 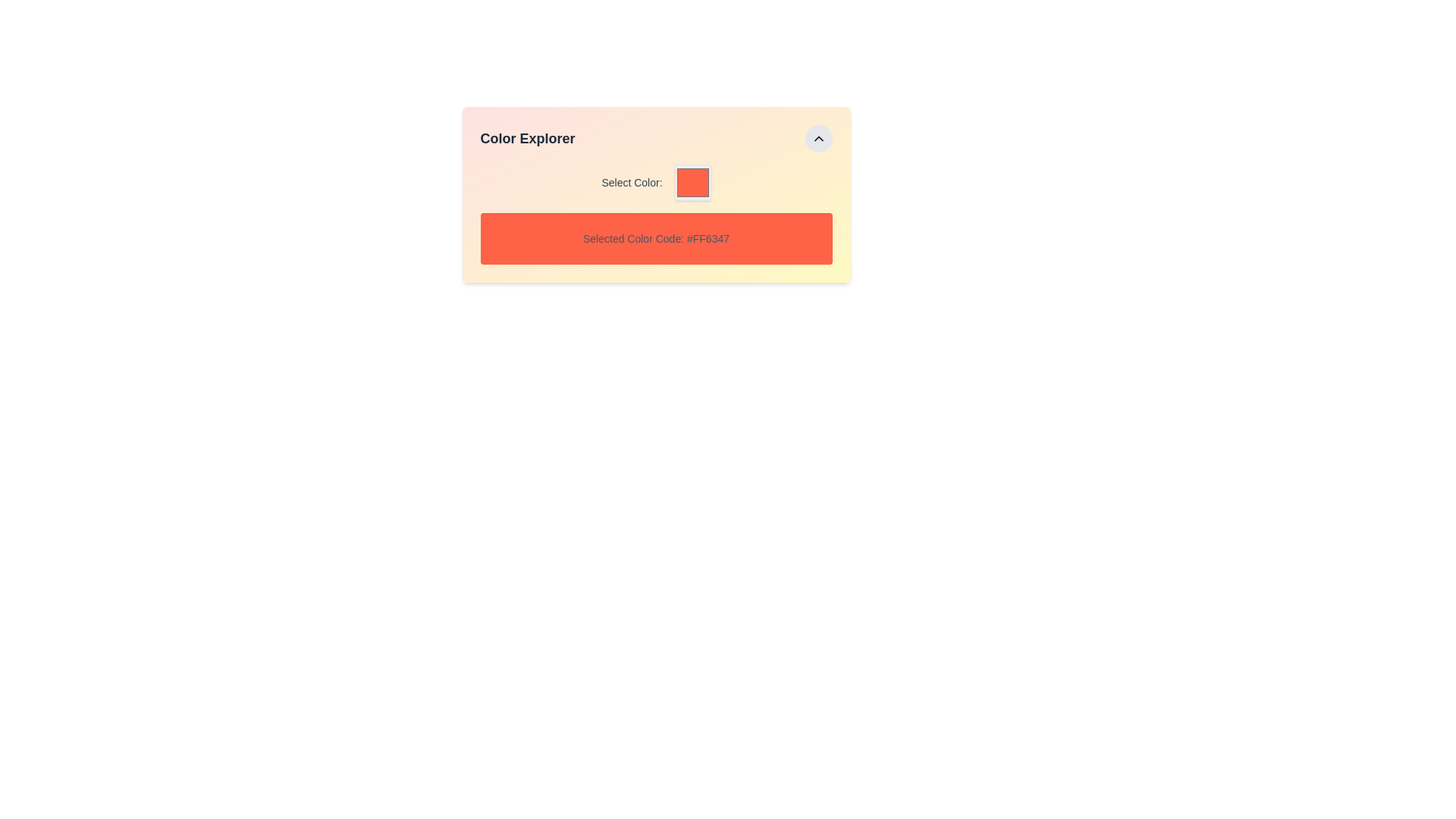 What do you see at coordinates (656, 214) in the screenshot?
I see `the informational text block displaying the selected color code '#FF6347' with a red-orange background, located beneath the 'Select Color' section in the 'Color Explorer' card` at bounding box center [656, 214].